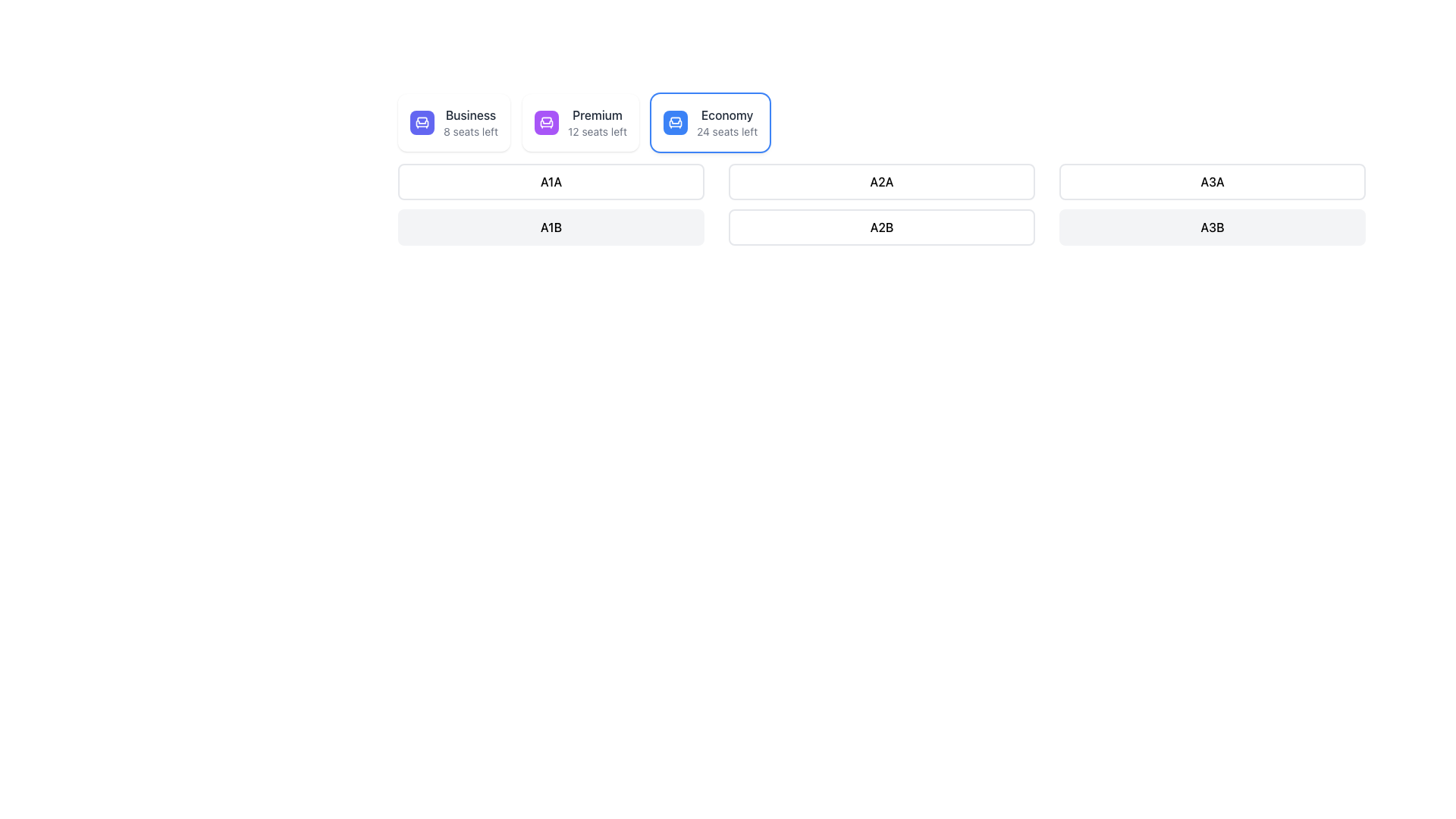 Image resolution: width=1456 pixels, height=819 pixels. I want to click on the bottom rectangle labeled 'A3B' of the segmented button group located at the far right of the three-column grid layout, so click(1211, 207).